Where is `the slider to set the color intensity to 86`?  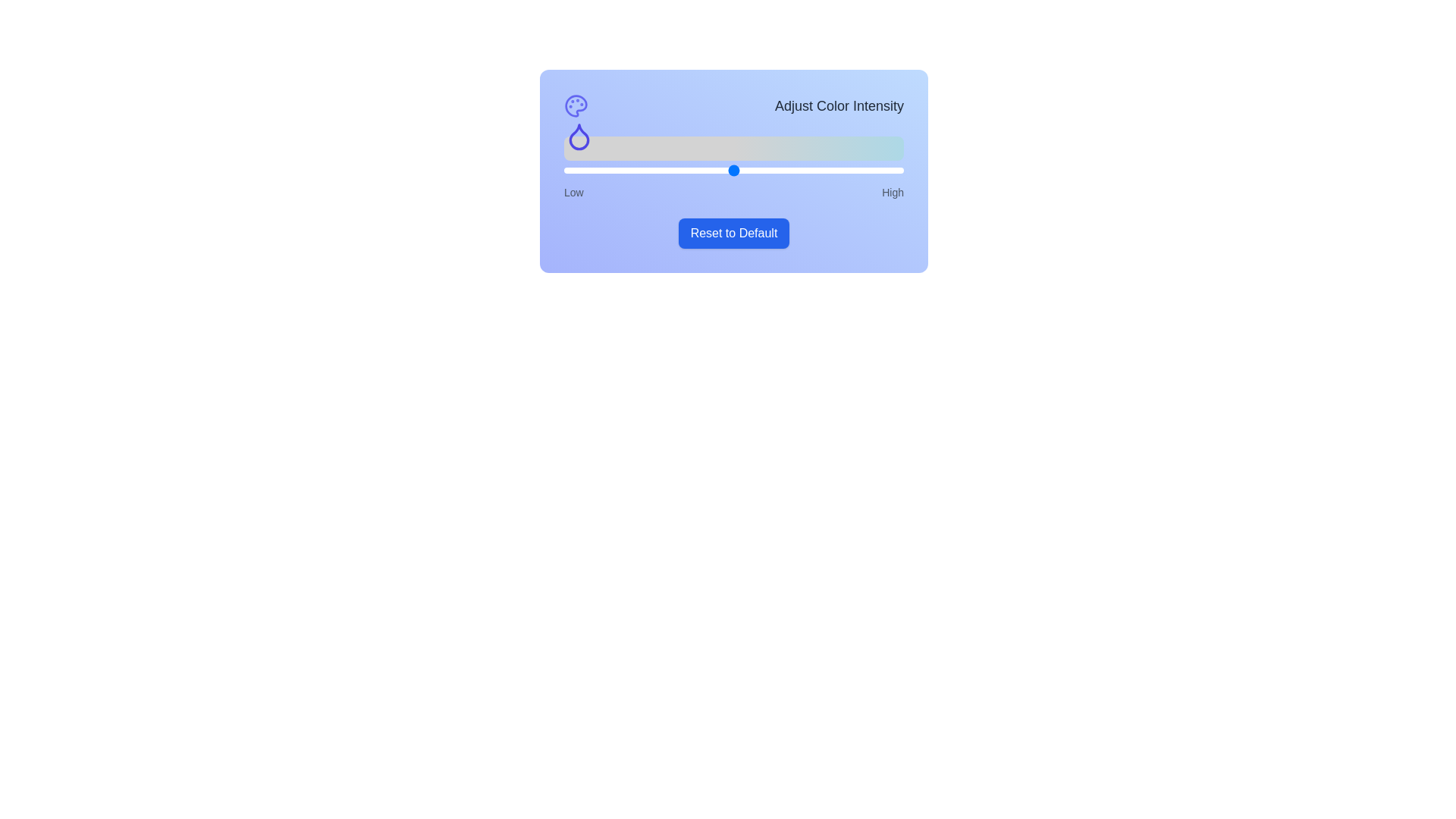
the slider to set the color intensity to 86 is located at coordinates (856, 170).